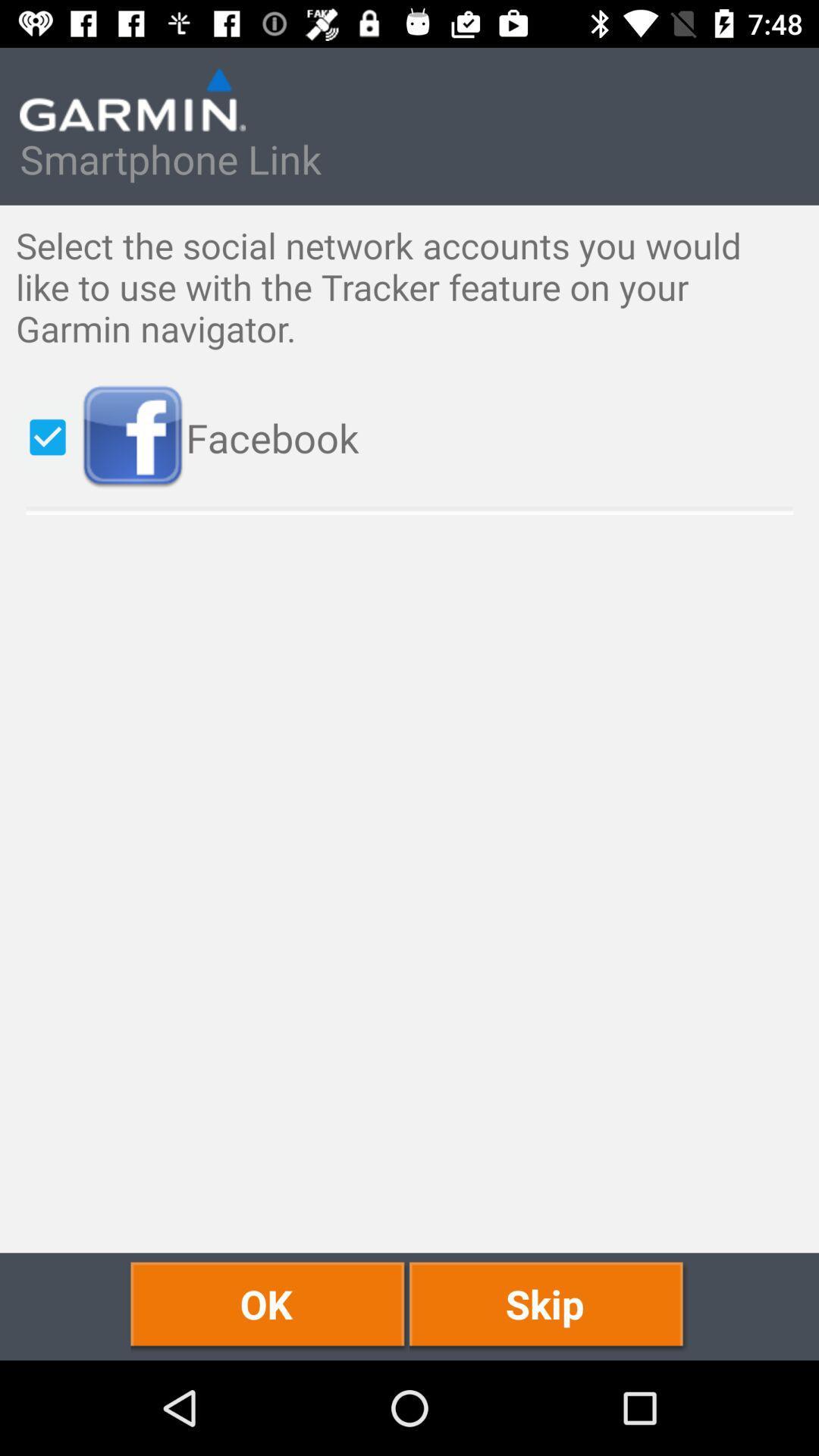 The height and width of the screenshot is (1456, 819). What do you see at coordinates (548, 1306) in the screenshot?
I see `icon to the right of the ok` at bounding box center [548, 1306].